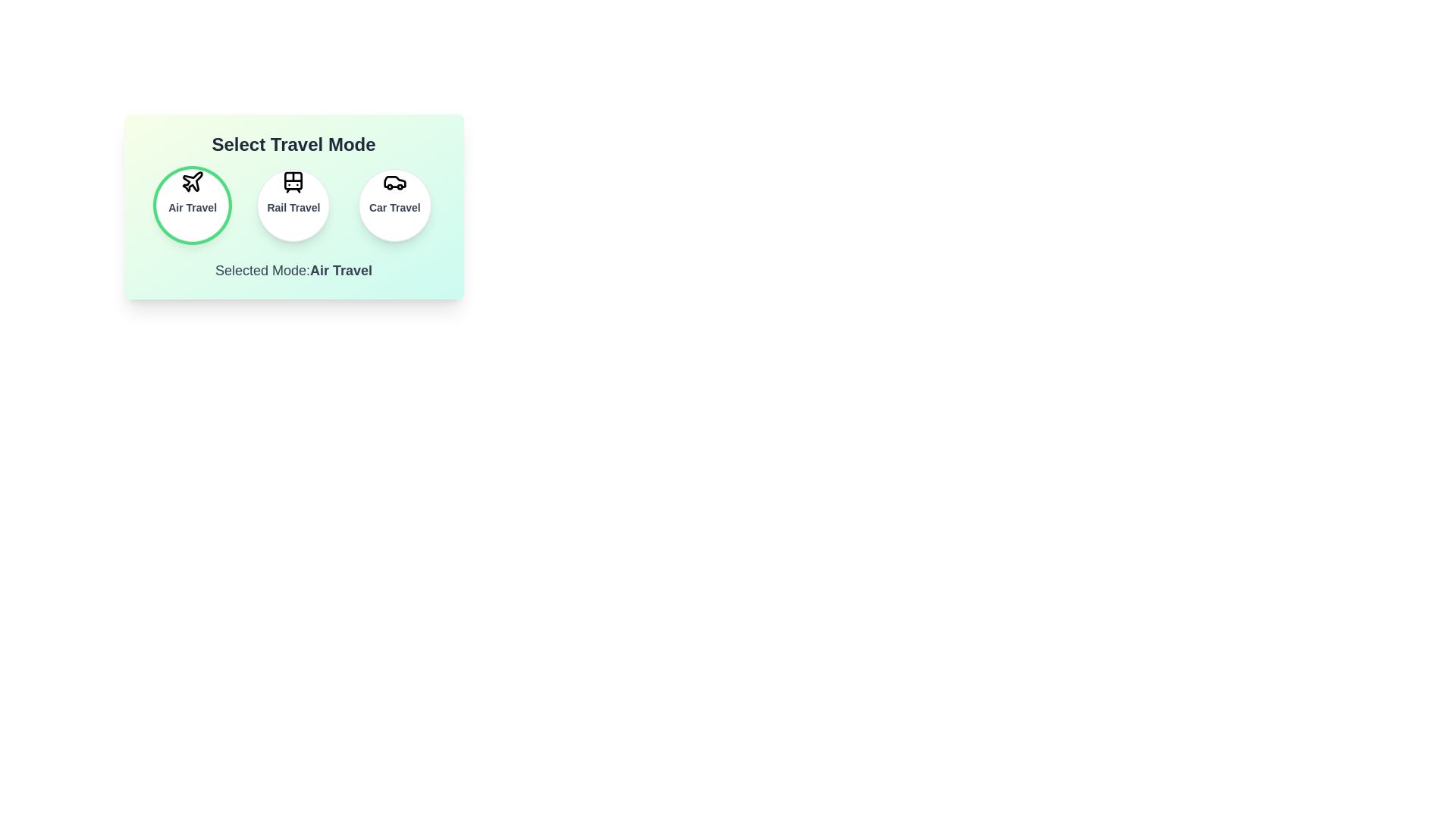  Describe the element at coordinates (192, 205) in the screenshot. I see `the button for Air Travel travel to see the hover effect` at that location.